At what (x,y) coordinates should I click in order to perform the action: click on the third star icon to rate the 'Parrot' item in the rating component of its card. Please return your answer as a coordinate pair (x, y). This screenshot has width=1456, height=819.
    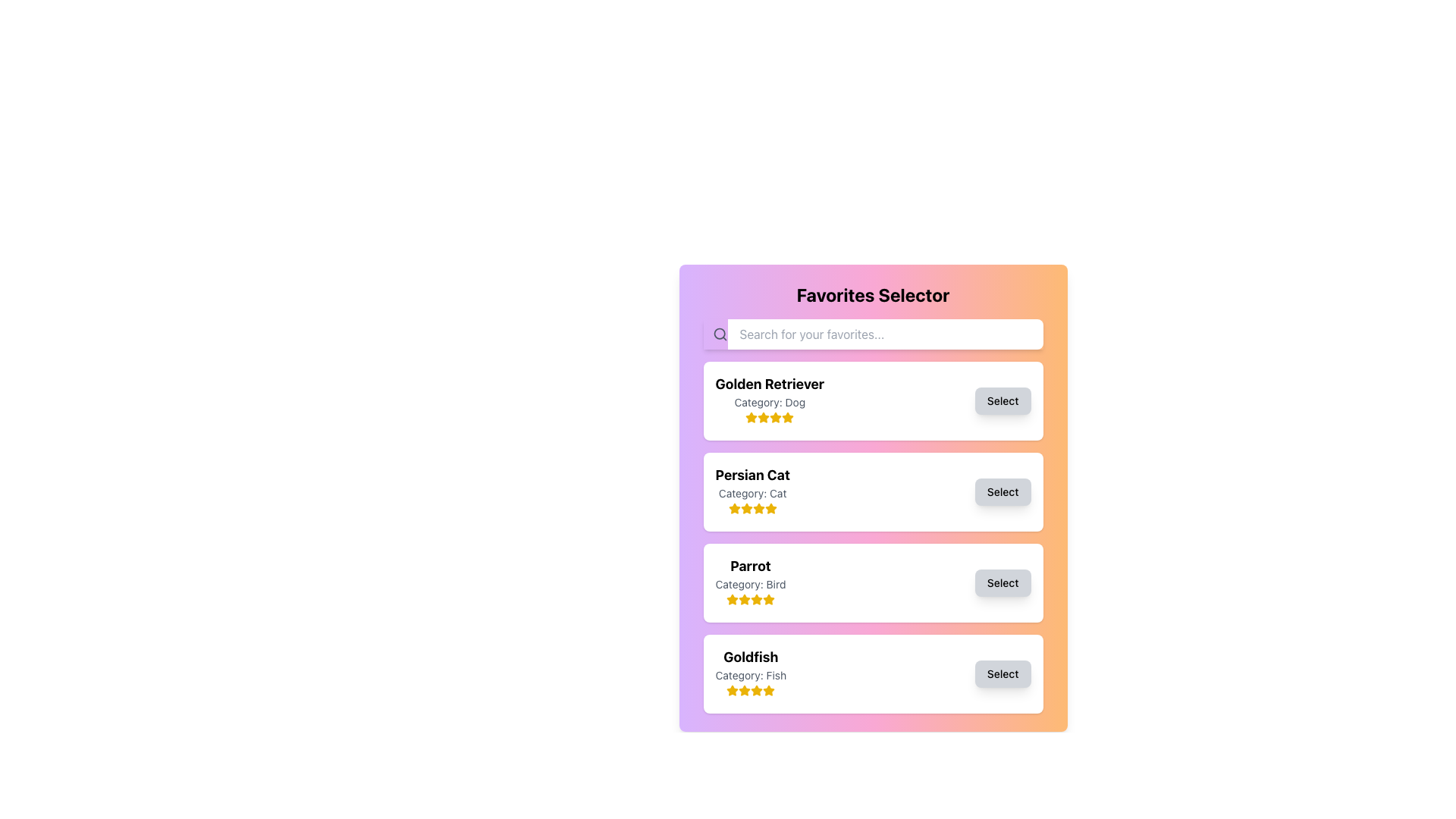
    Looking at the image, I should click on (768, 598).